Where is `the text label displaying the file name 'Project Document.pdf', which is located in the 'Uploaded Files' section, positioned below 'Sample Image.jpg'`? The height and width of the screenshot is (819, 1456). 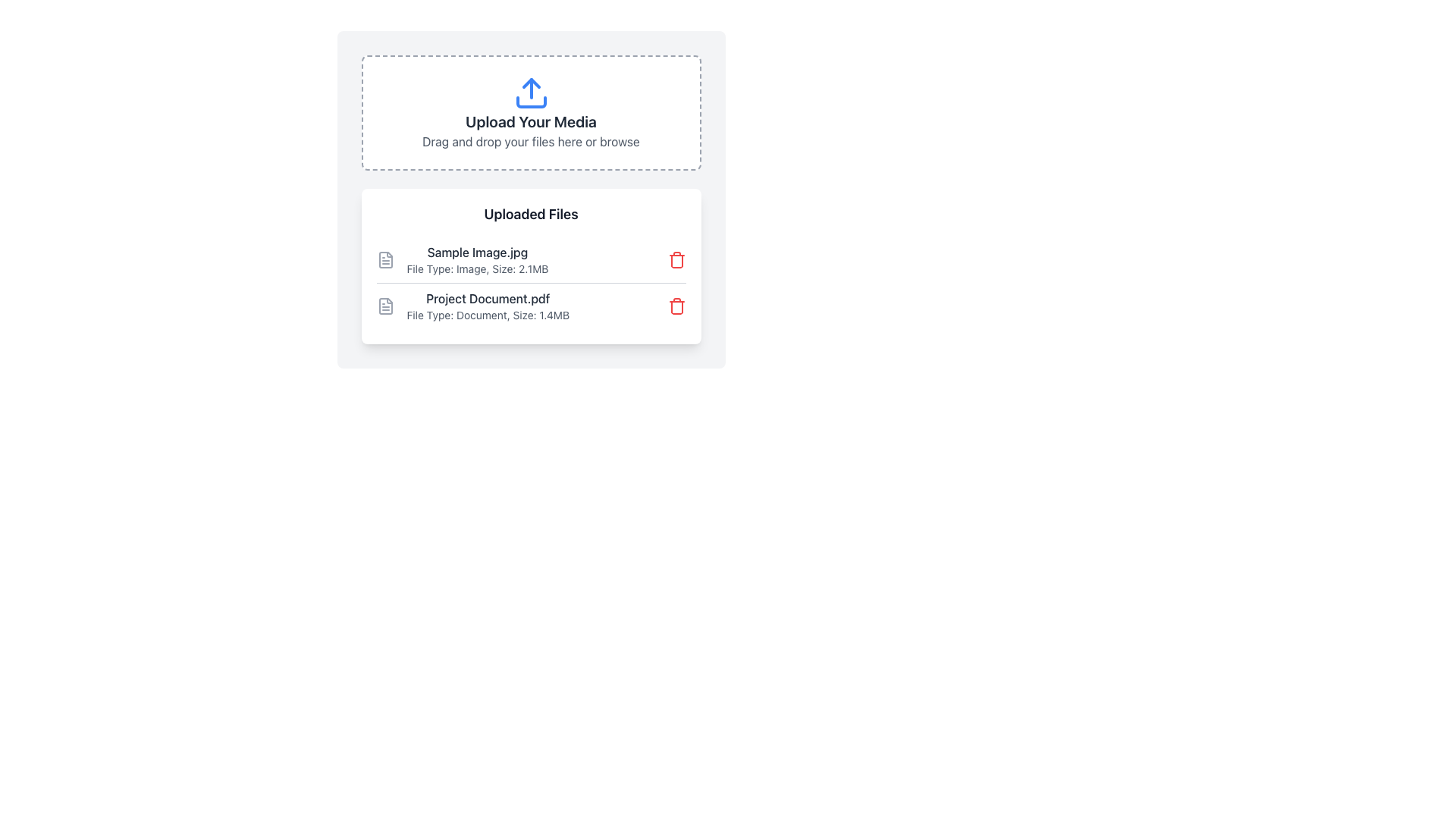
the text label displaying the file name 'Project Document.pdf', which is located in the 'Uploaded Files' section, positioned below 'Sample Image.jpg' is located at coordinates (488, 298).